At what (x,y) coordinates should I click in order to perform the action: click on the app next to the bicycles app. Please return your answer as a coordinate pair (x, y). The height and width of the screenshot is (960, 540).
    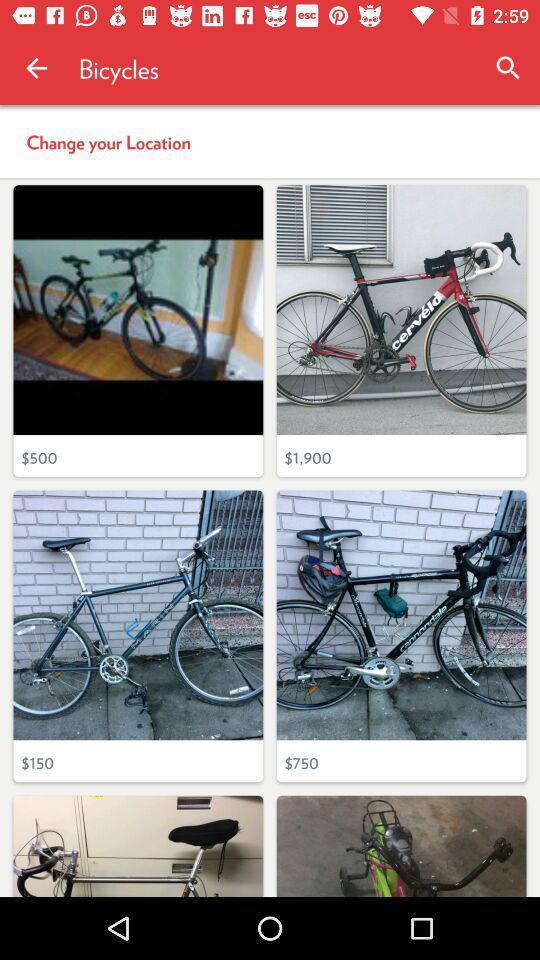
    Looking at the image, I should click on (508, 68).